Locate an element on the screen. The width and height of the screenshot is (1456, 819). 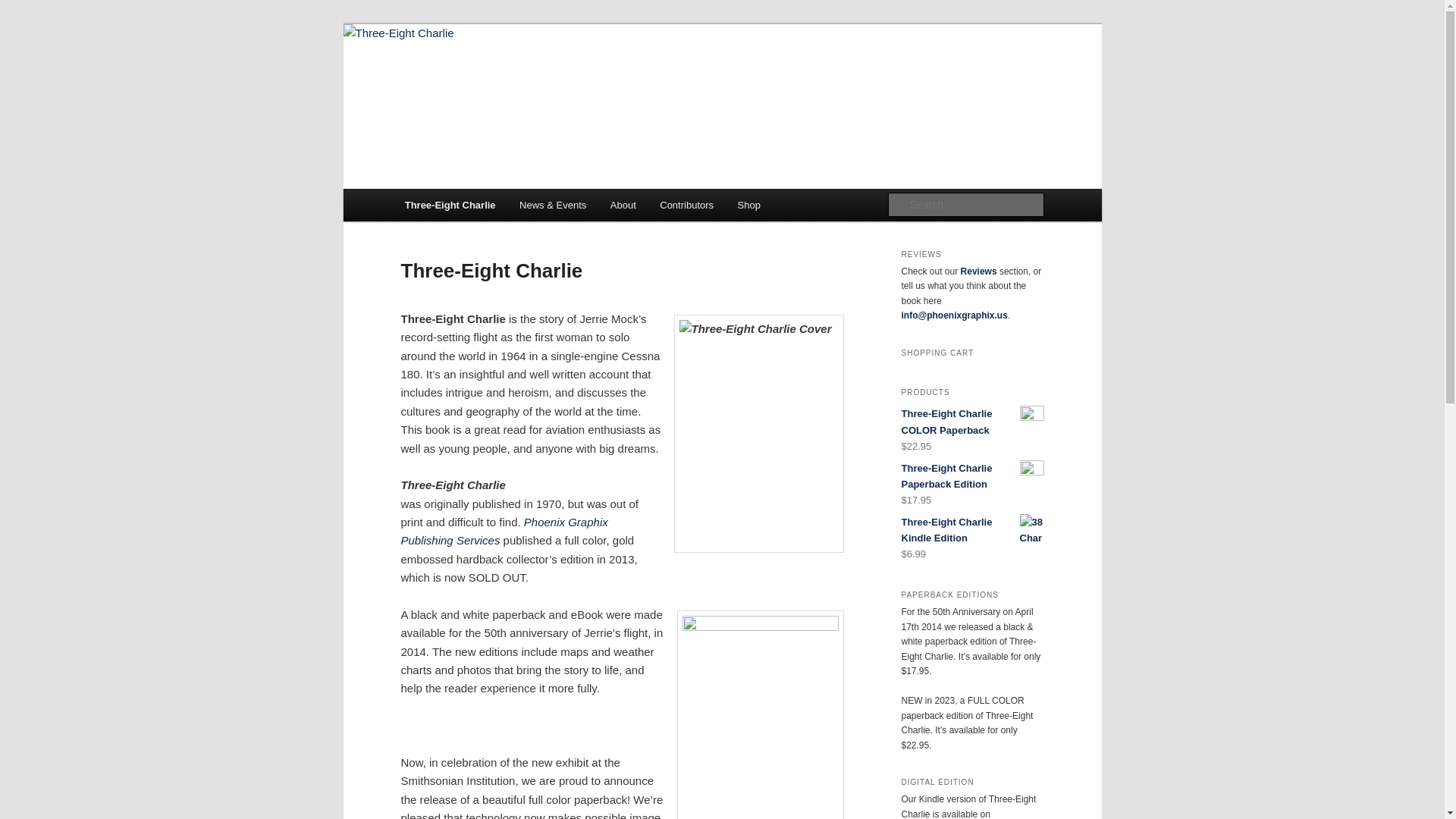
'Shop' is located at coordinates (749, 205).